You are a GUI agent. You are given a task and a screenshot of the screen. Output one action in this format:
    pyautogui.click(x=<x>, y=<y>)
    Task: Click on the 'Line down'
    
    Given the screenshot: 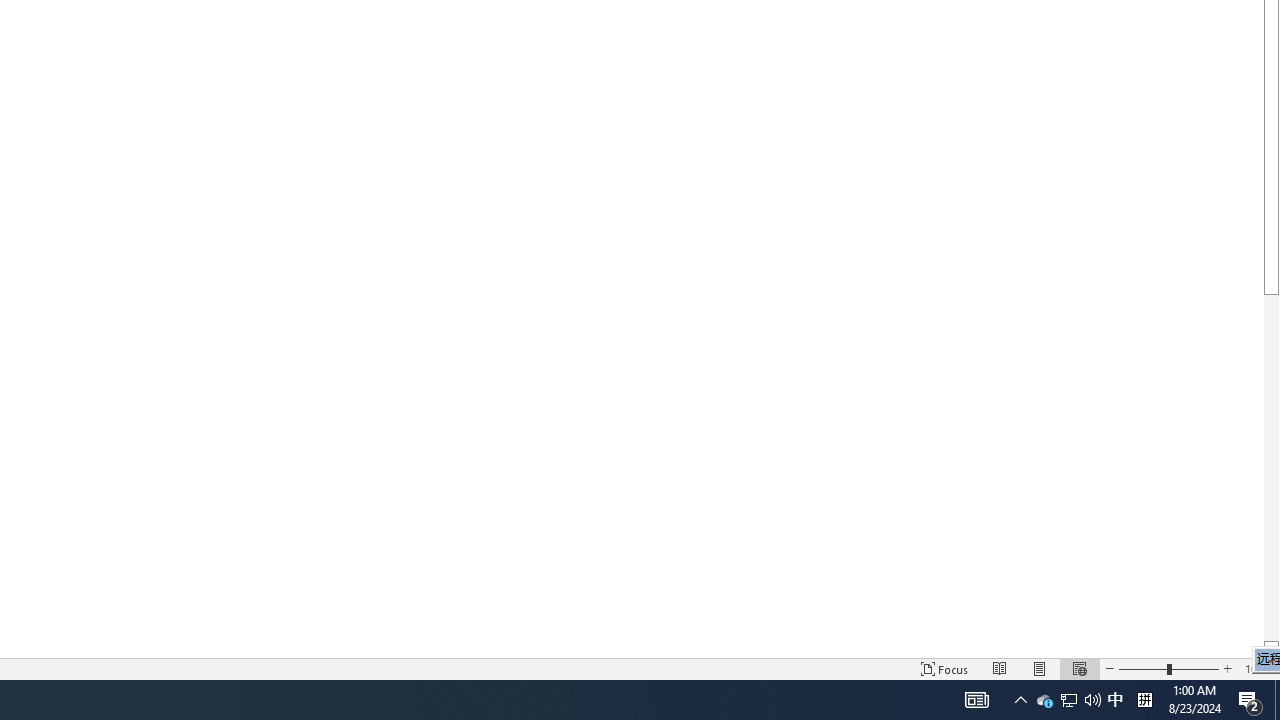 What is the action you would take?
    pyautogui.click(x=1270, y=649)
    